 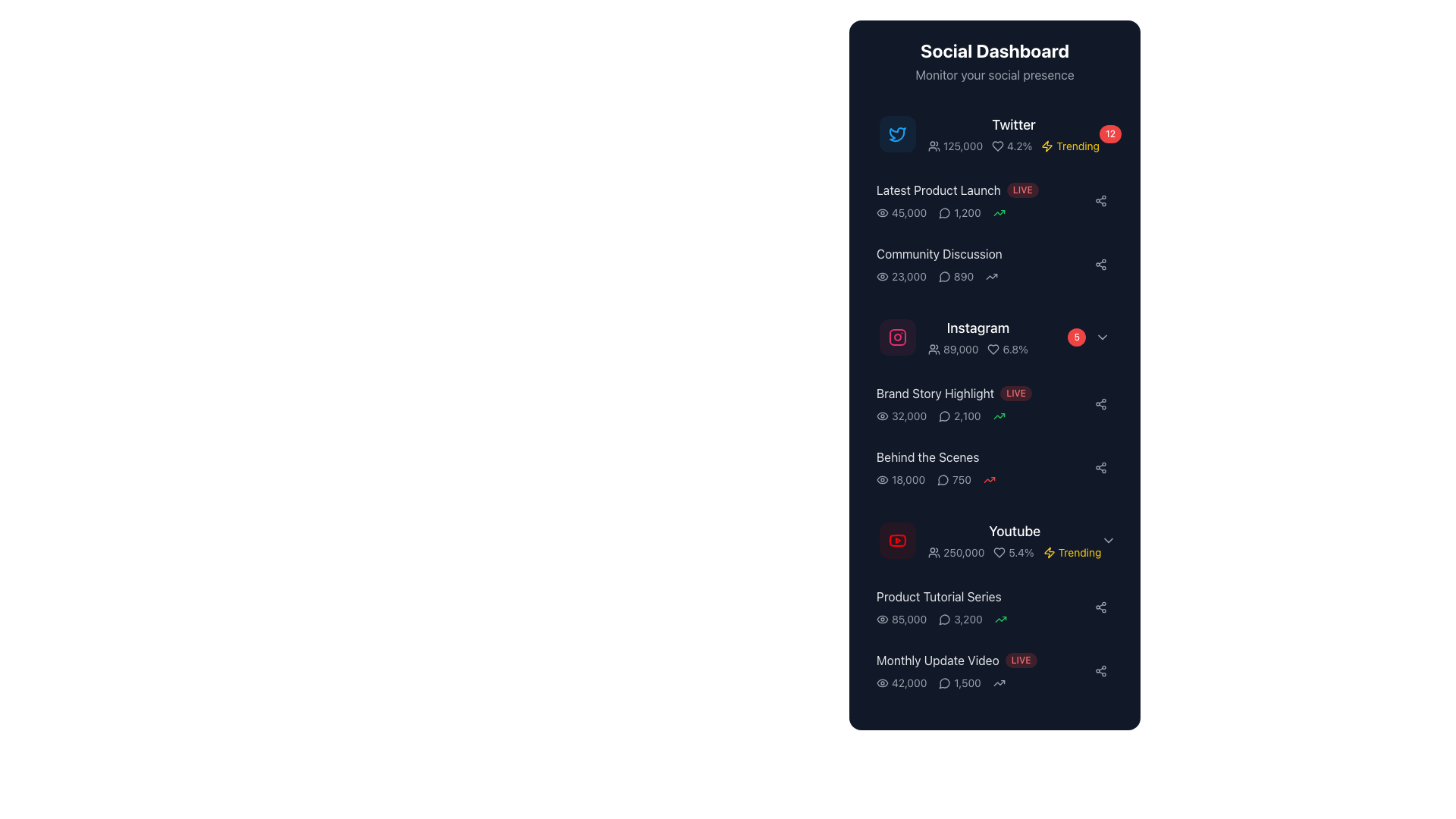 I want to click on the 'LIVE' status label, which is a small, pill-shaped label with light red text on a semi-transparent red background, located next to the 'Monthly Update Video' text, so click(x=1021, y=660).